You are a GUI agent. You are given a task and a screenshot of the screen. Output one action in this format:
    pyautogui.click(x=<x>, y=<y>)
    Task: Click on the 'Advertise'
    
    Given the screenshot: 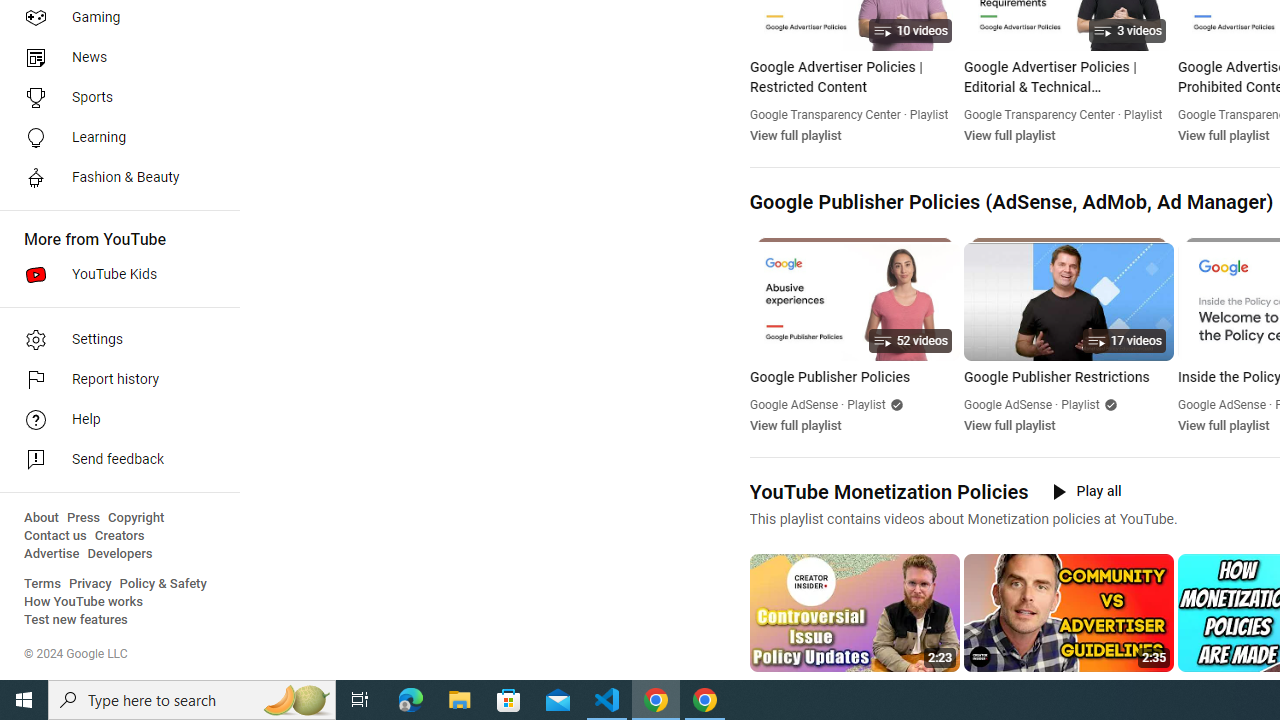 What is the action you would take?
    pyautogui.click(x=51, y=554)
    